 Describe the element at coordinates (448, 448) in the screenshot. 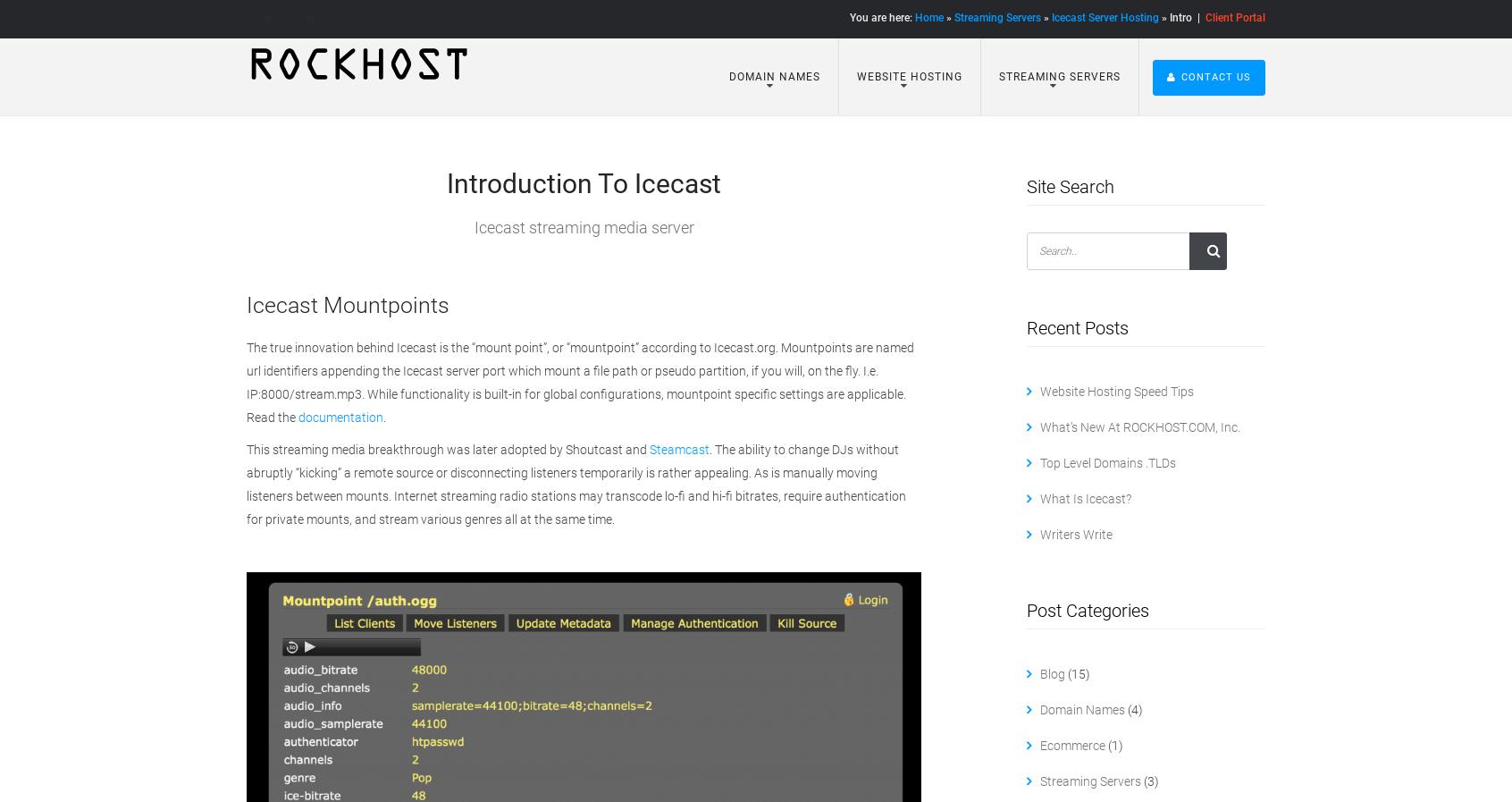

I see `'This streaming media breakthrough was later adopted by Shoutcast and'` at that location.